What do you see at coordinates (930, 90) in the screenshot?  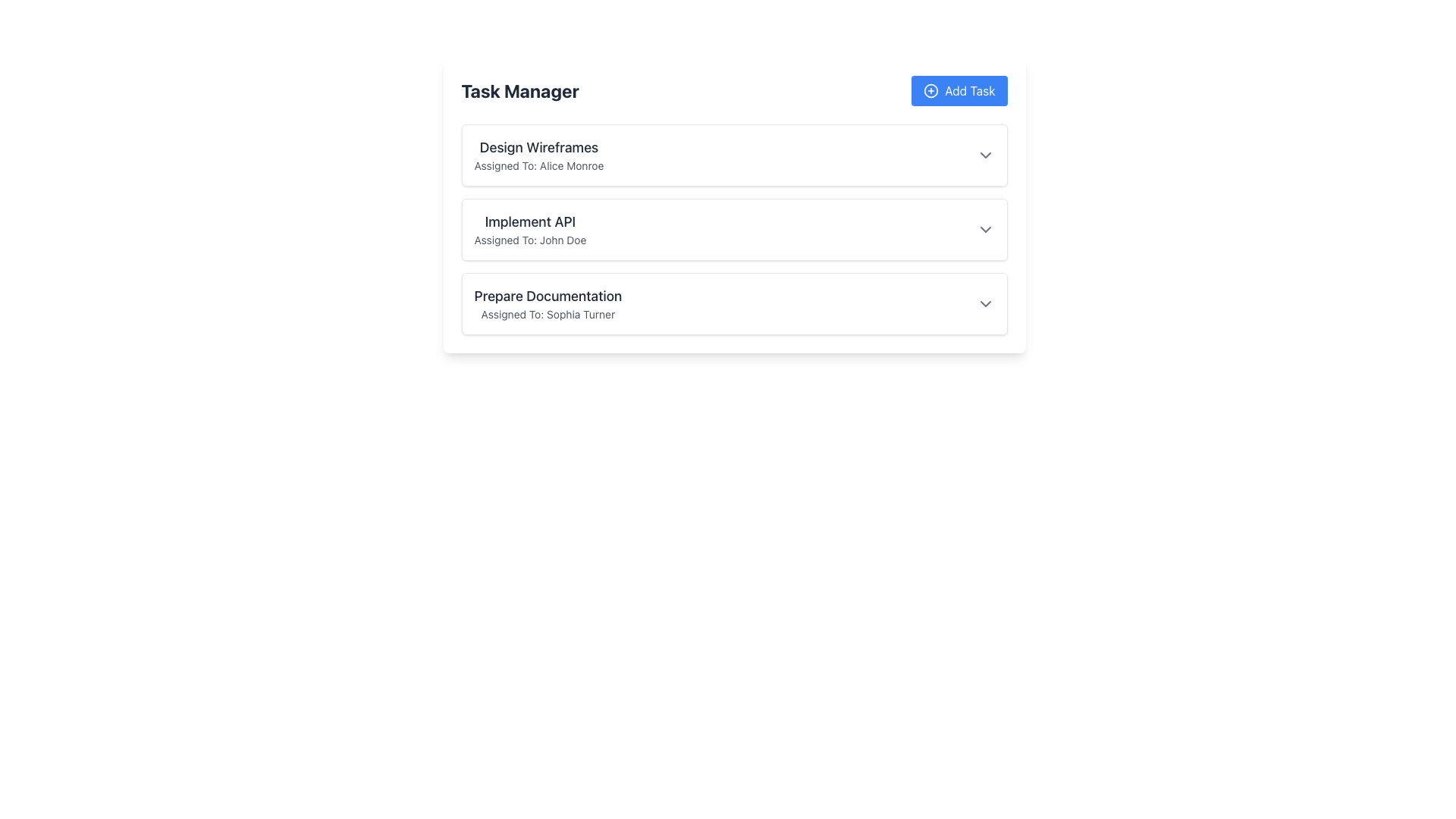 I see `the circular blue and white '+' icon located to the left of the 'Add Task' button as part of the button's visual design` at bounding box center [930, 90].